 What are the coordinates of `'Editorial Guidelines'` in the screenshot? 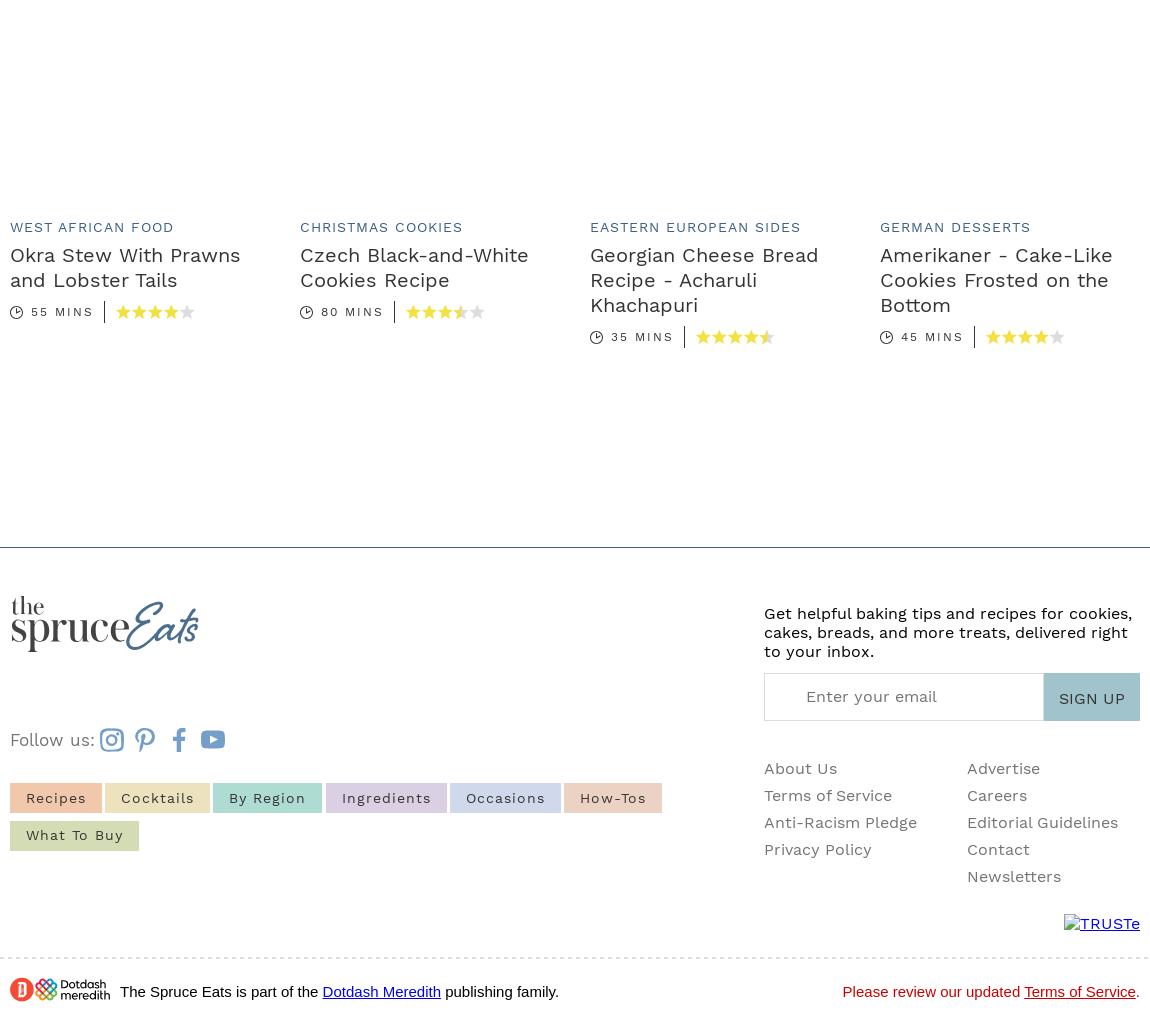 It's located at (1041, 821).